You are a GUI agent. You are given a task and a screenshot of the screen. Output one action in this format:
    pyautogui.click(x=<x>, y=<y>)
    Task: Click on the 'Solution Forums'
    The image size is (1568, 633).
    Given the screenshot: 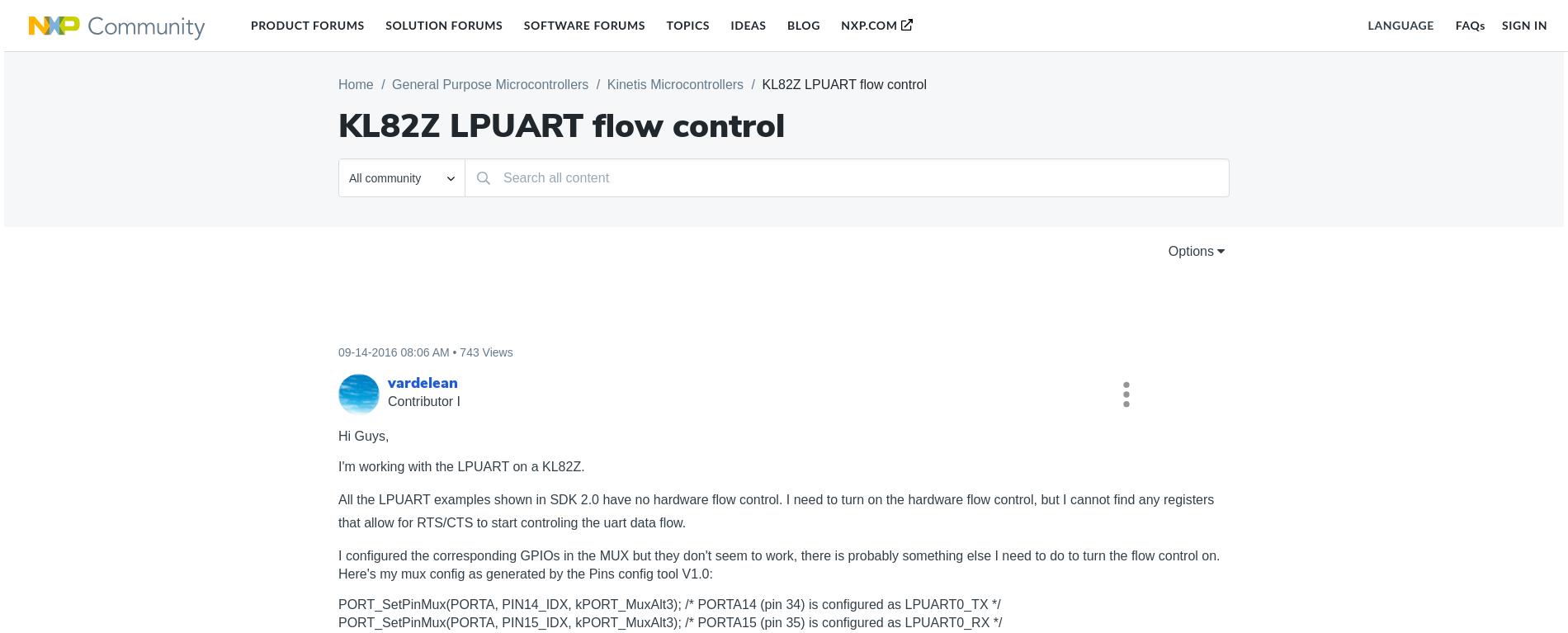 What is the action you would take?
    pyautogui.click(x=385, y=24)
    